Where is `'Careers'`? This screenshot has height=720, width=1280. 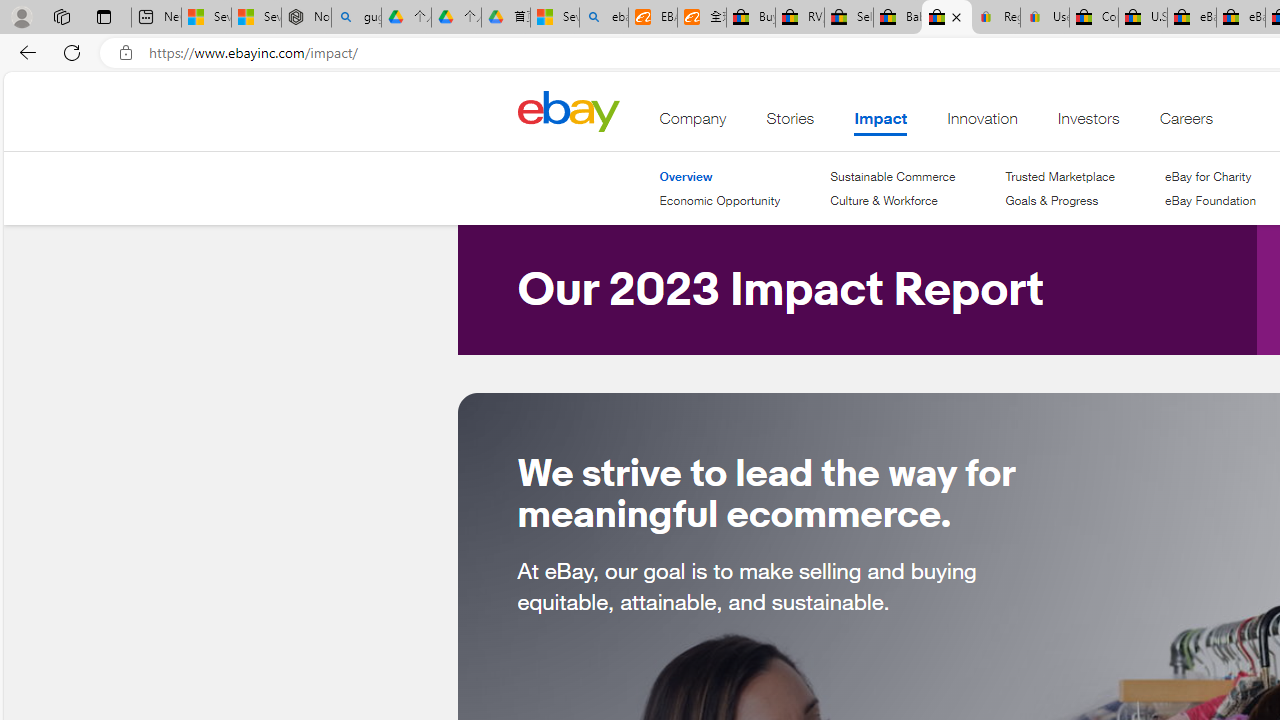
'Careers' is located at coordinates (1185, 123).